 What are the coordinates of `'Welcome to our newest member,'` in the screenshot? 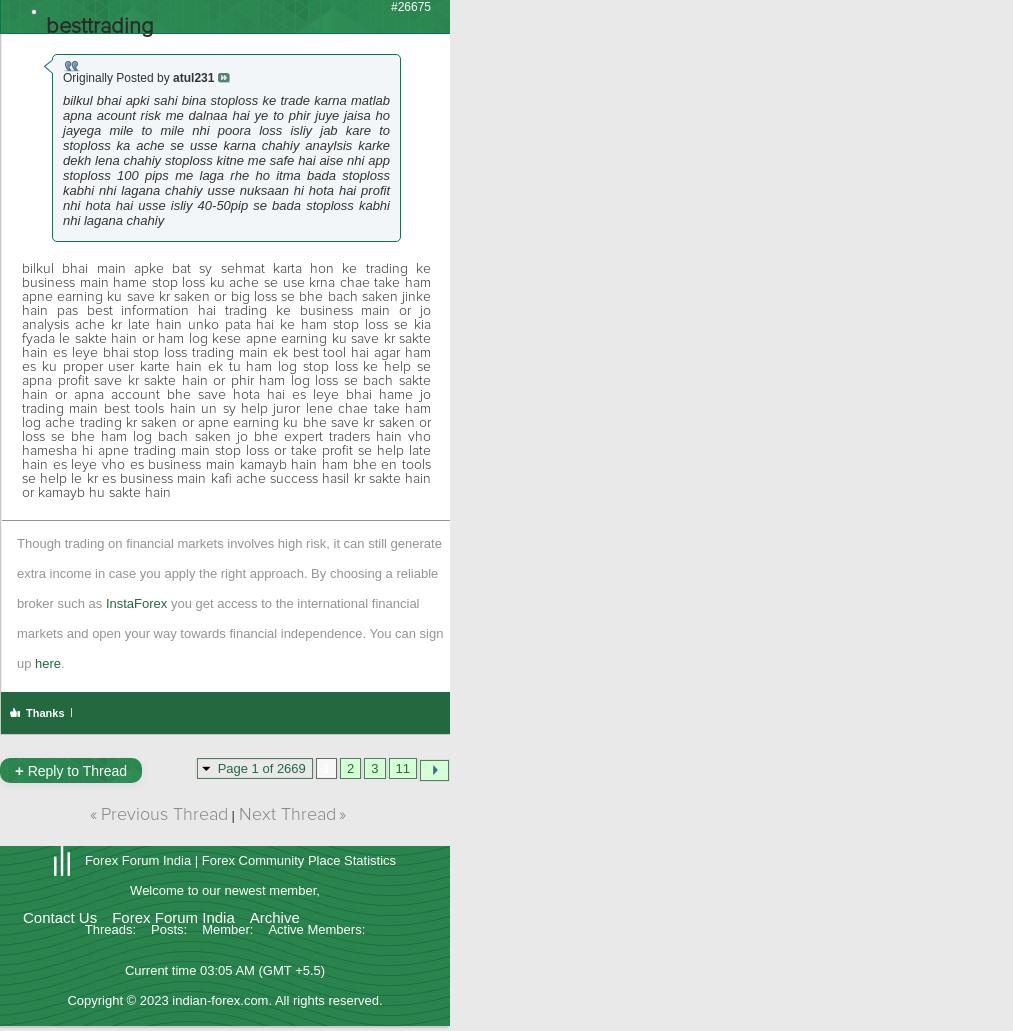 It's located at (223, 890).